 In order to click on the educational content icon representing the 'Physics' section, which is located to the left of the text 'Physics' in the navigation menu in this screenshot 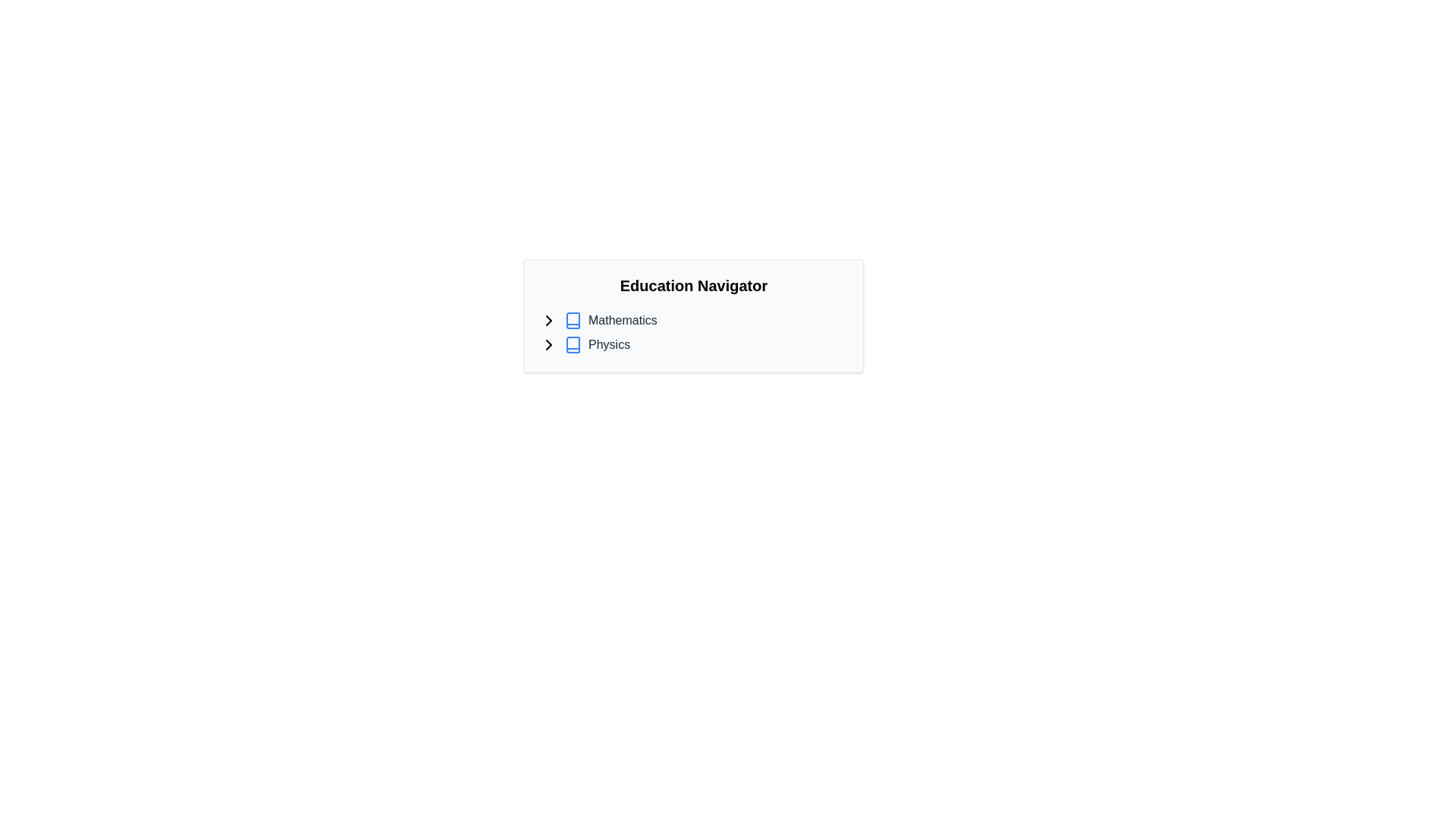, I will do `click(572, 345)`.